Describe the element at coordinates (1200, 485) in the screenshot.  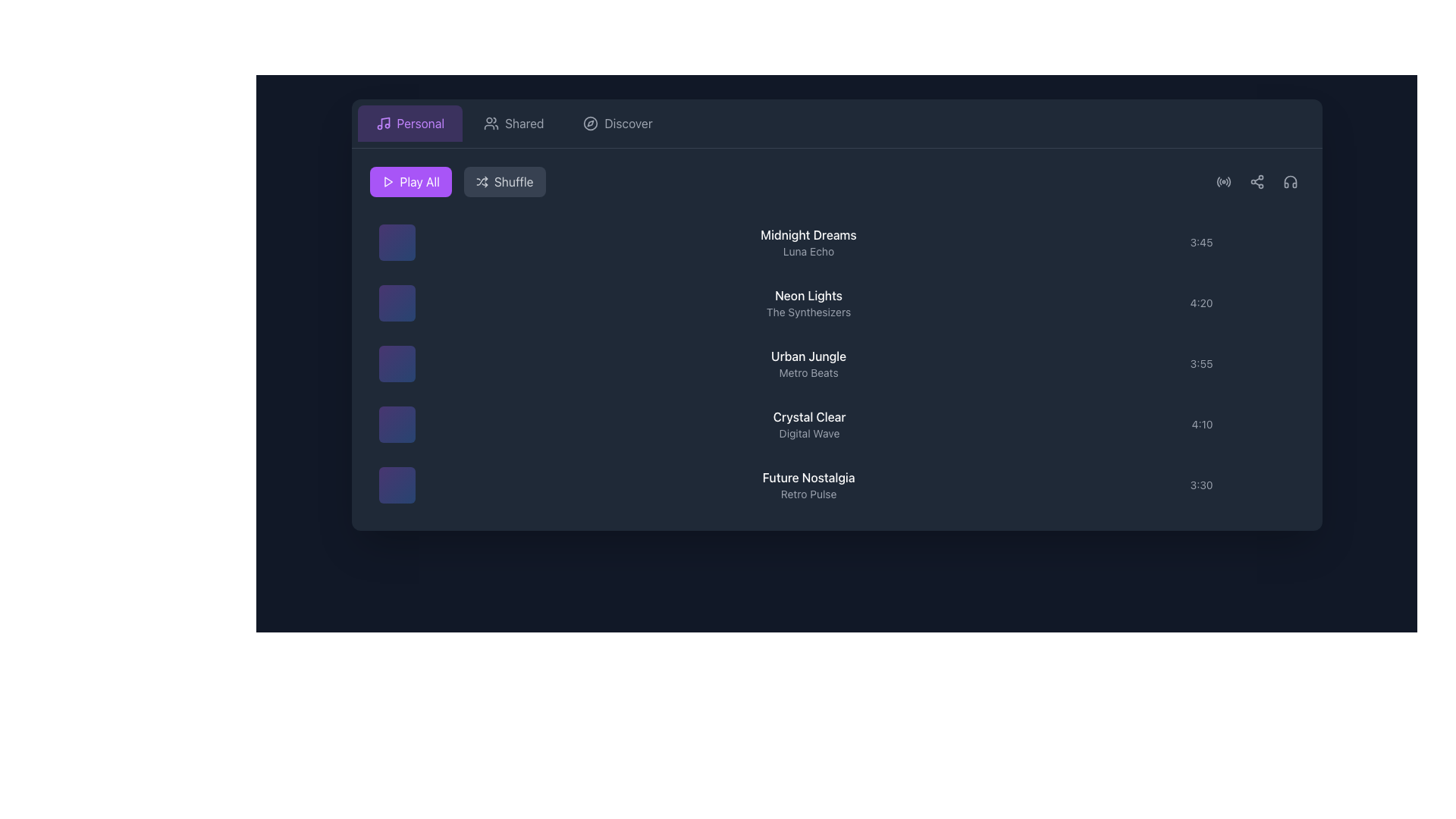
I see `the text label indicating the duration of the last visible song in the list` at that location.